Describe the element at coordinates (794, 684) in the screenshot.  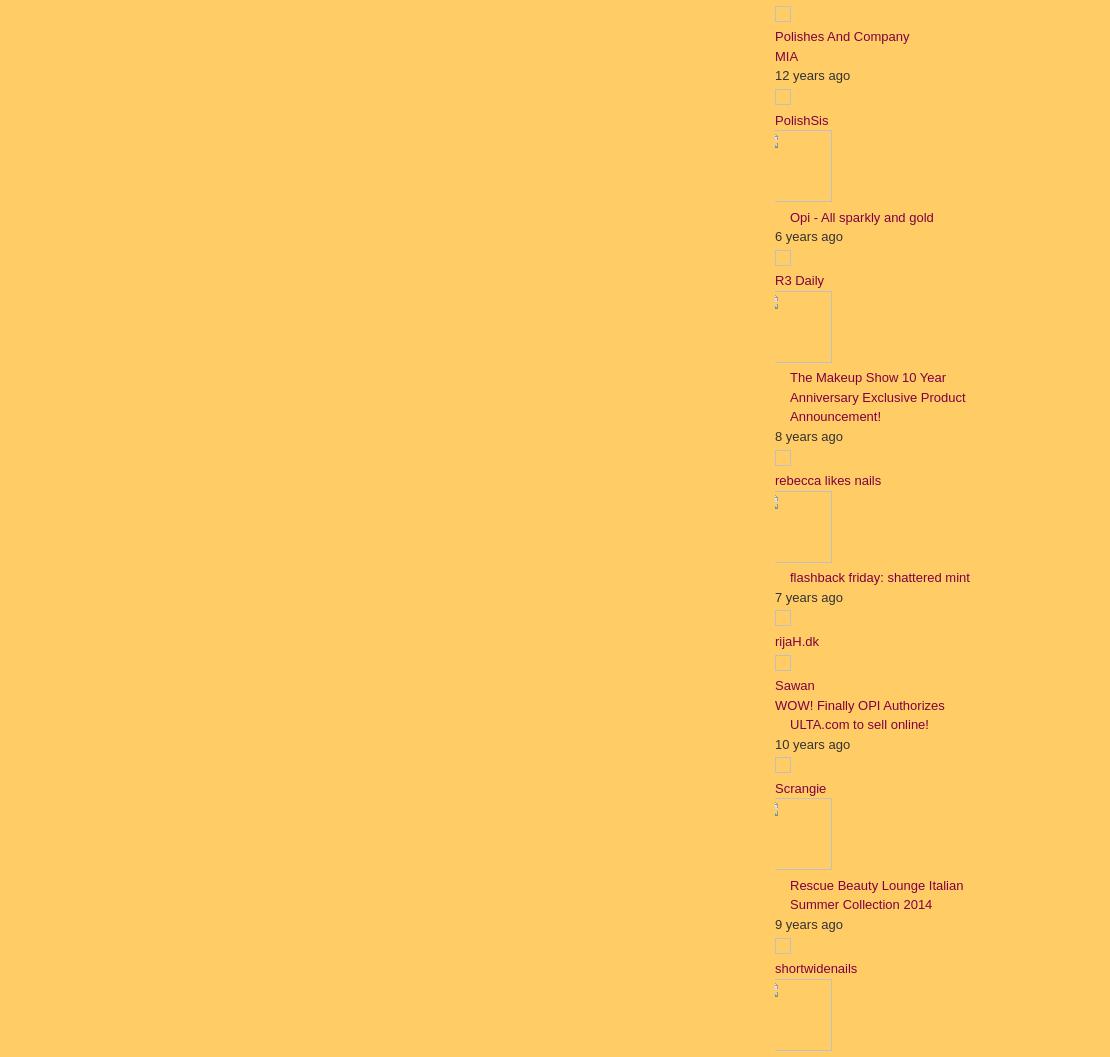
I see `'Sawan'` at that location.